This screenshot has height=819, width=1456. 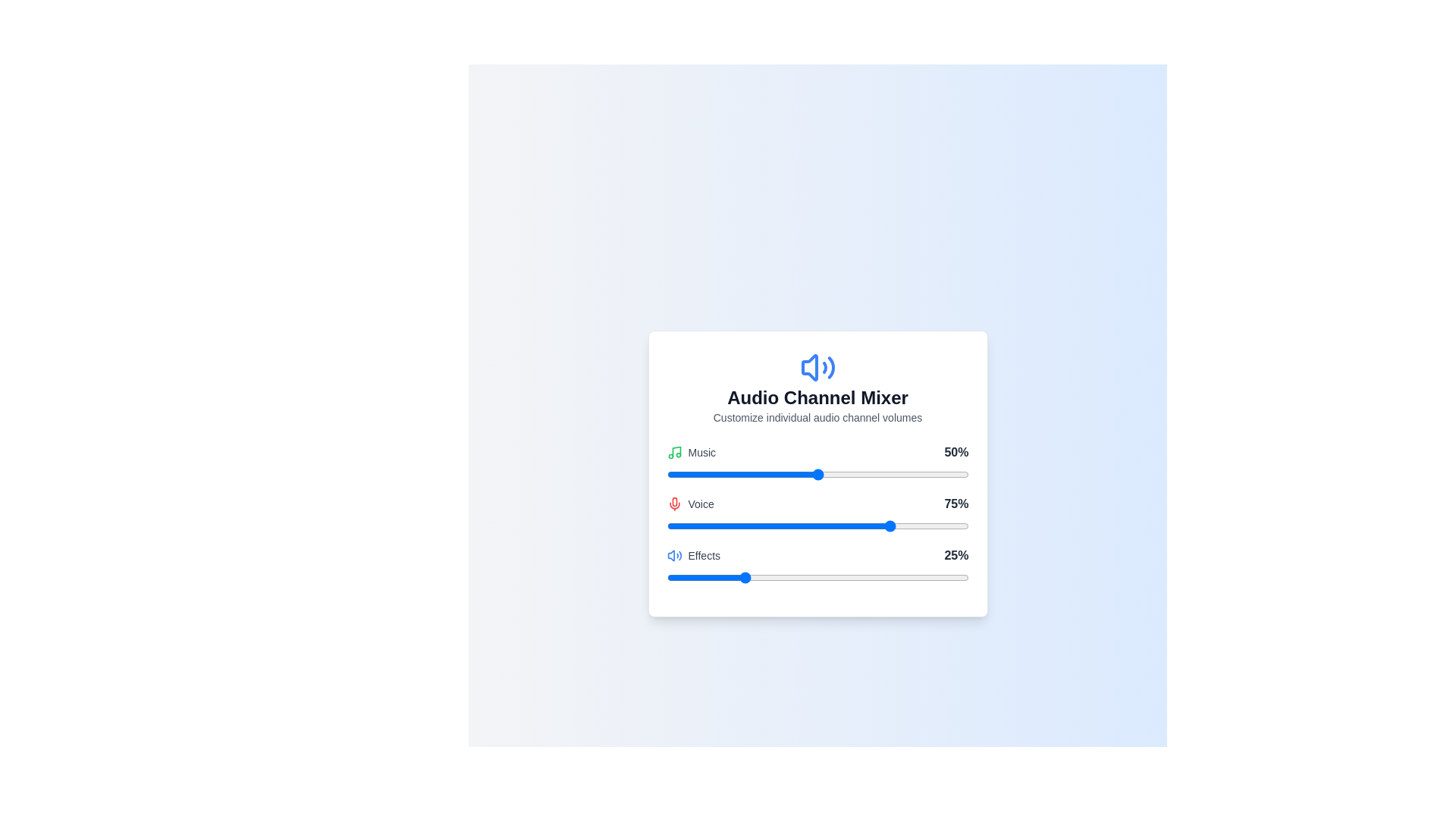 I want to click on the 'Effects' volume slider, so click(x=772, y=578).